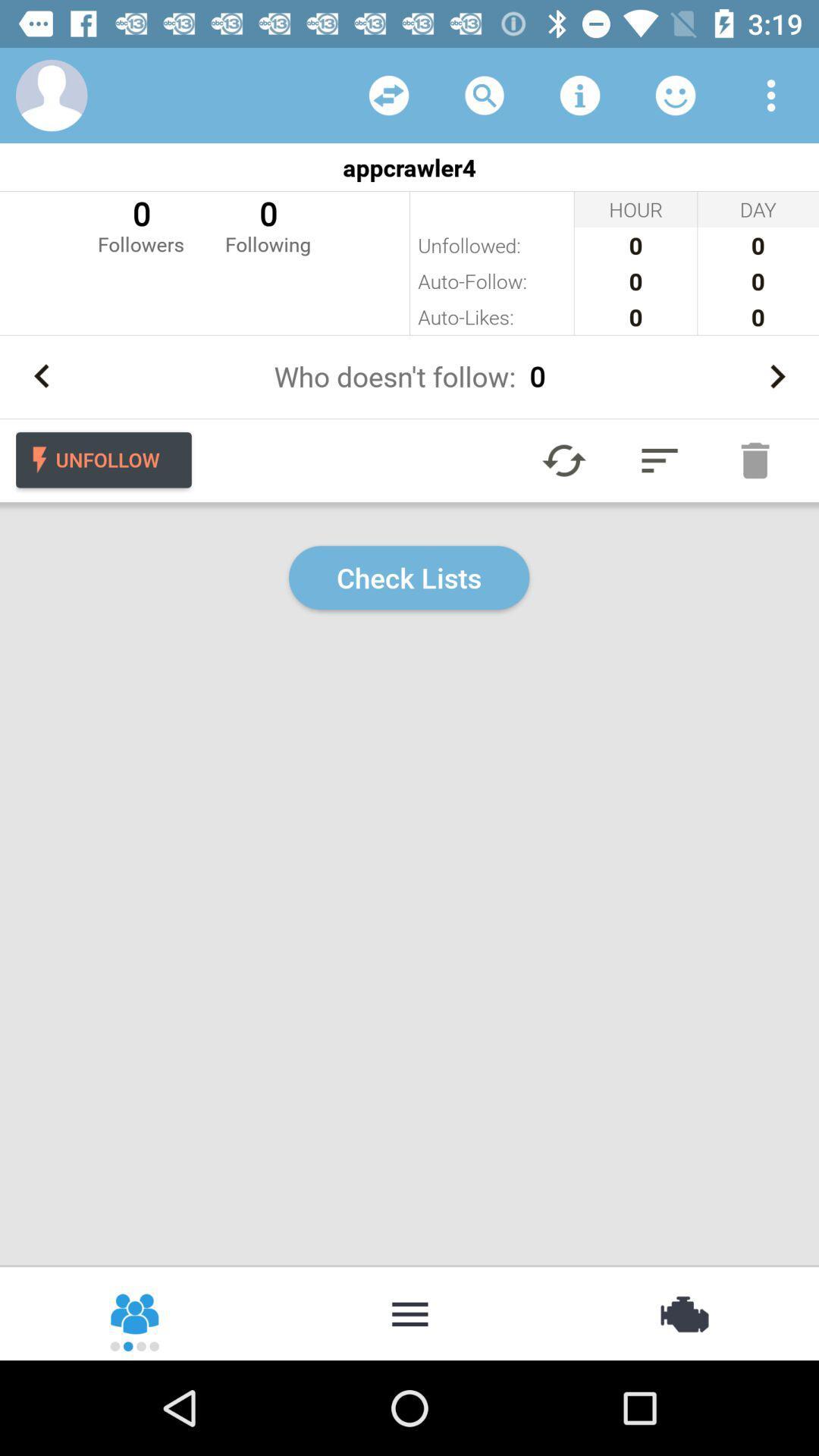 Image resolution: width=819 pixels, height=1456 pixels. What do you see at coordinates (267, 224) in the screenshot?
I see `0` at bounding box center [267, 224].